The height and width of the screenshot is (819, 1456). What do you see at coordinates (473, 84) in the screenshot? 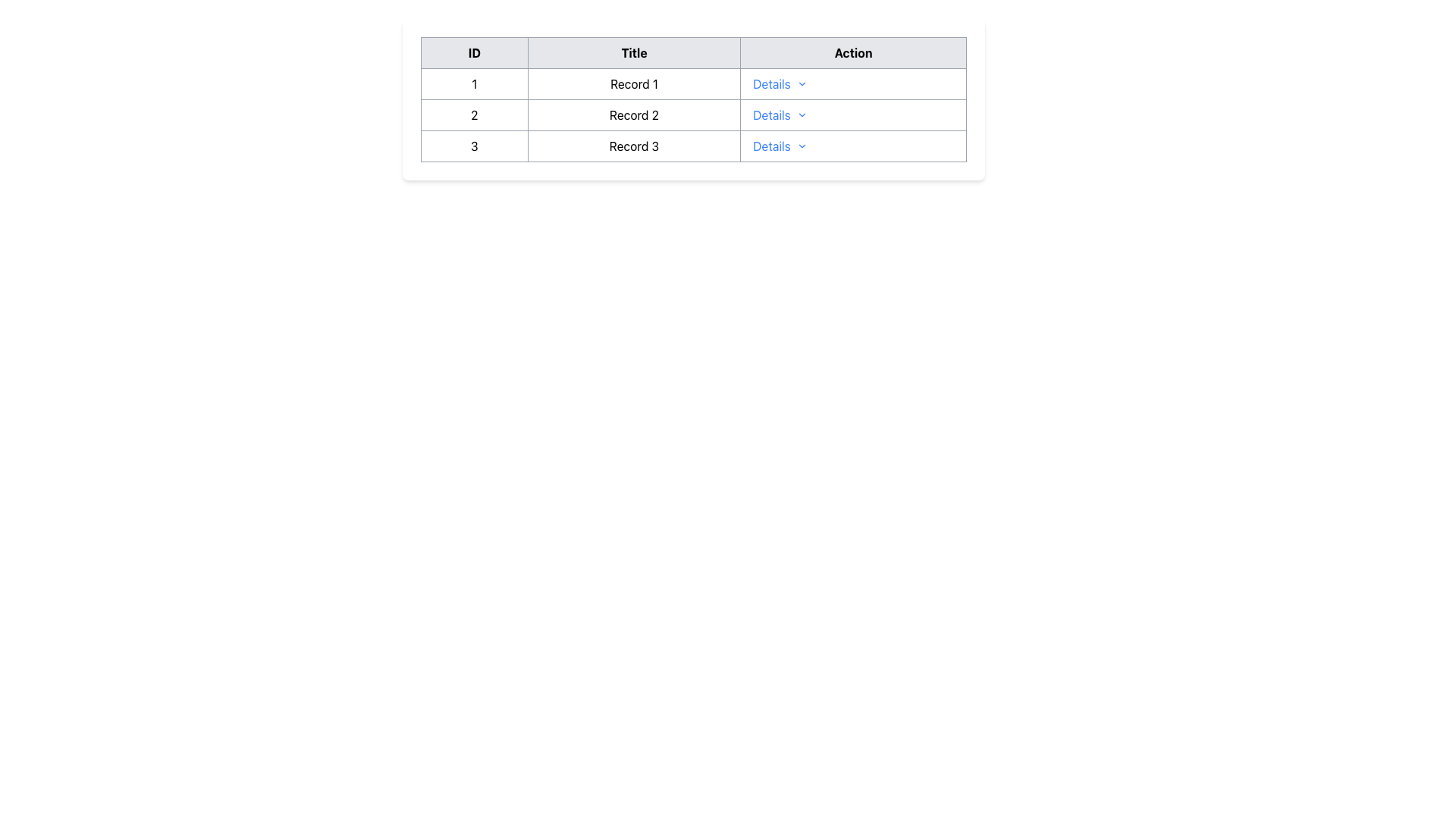
I see `the static text element that serves as the ID label in the first cell of the table row, located left of the 'Record 1' sibling` at bounding box center [473, 84].